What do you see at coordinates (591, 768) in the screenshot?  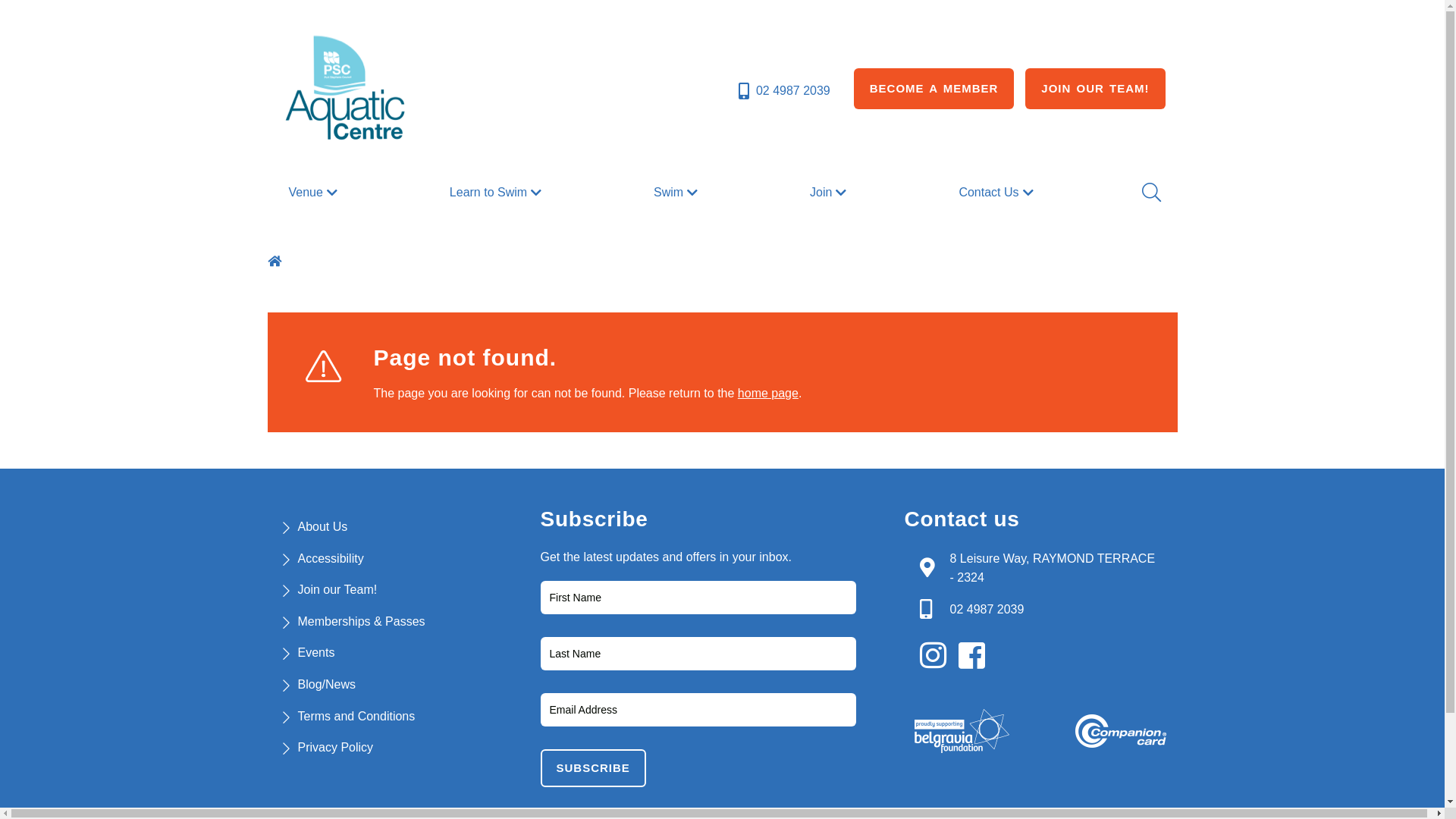 I see `'subscribe'` at bounding box center [591, 768].